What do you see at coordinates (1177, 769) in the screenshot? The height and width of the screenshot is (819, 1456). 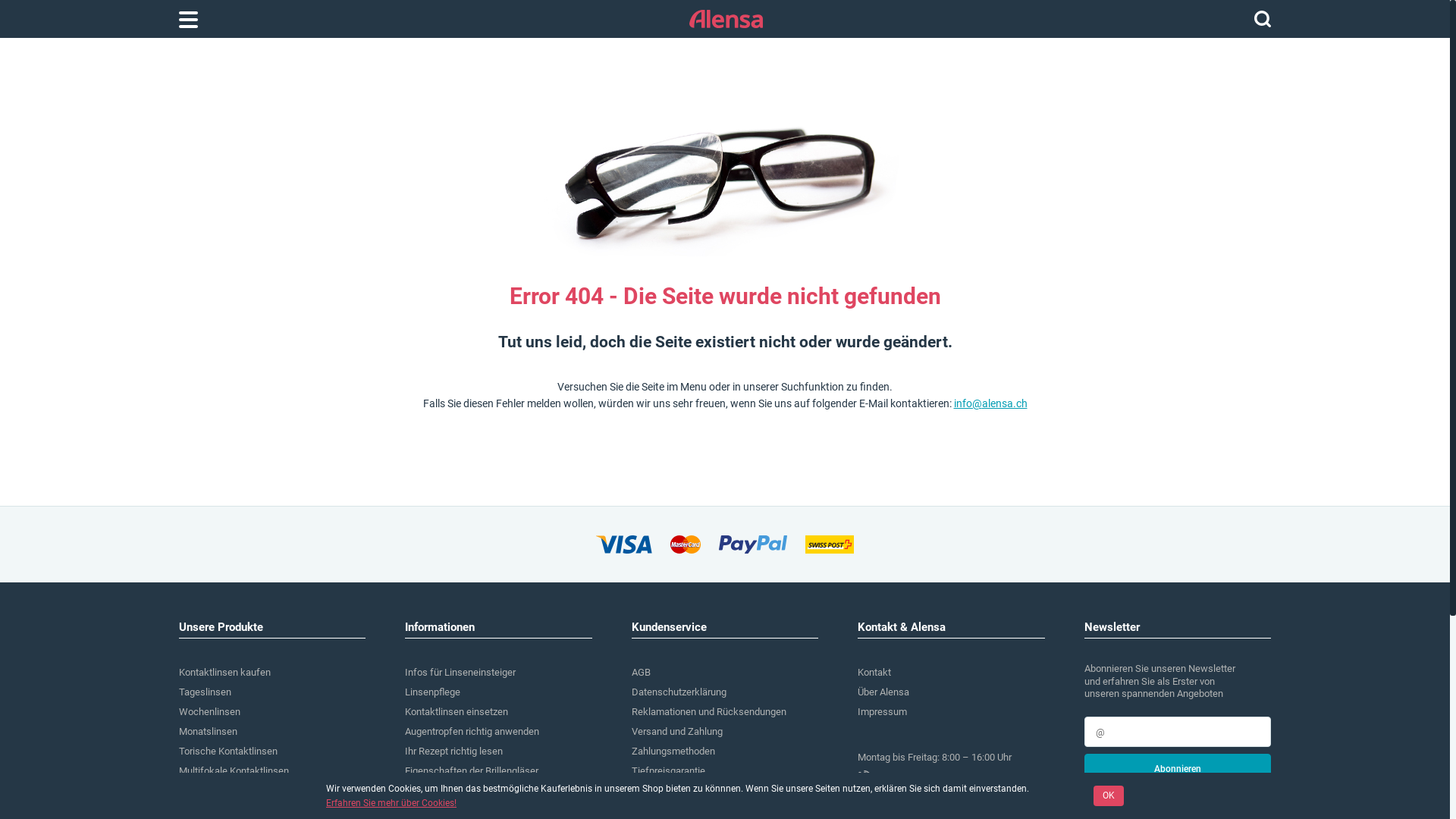 I see `'Abonnieren'` at bounding box center [1177, 769].